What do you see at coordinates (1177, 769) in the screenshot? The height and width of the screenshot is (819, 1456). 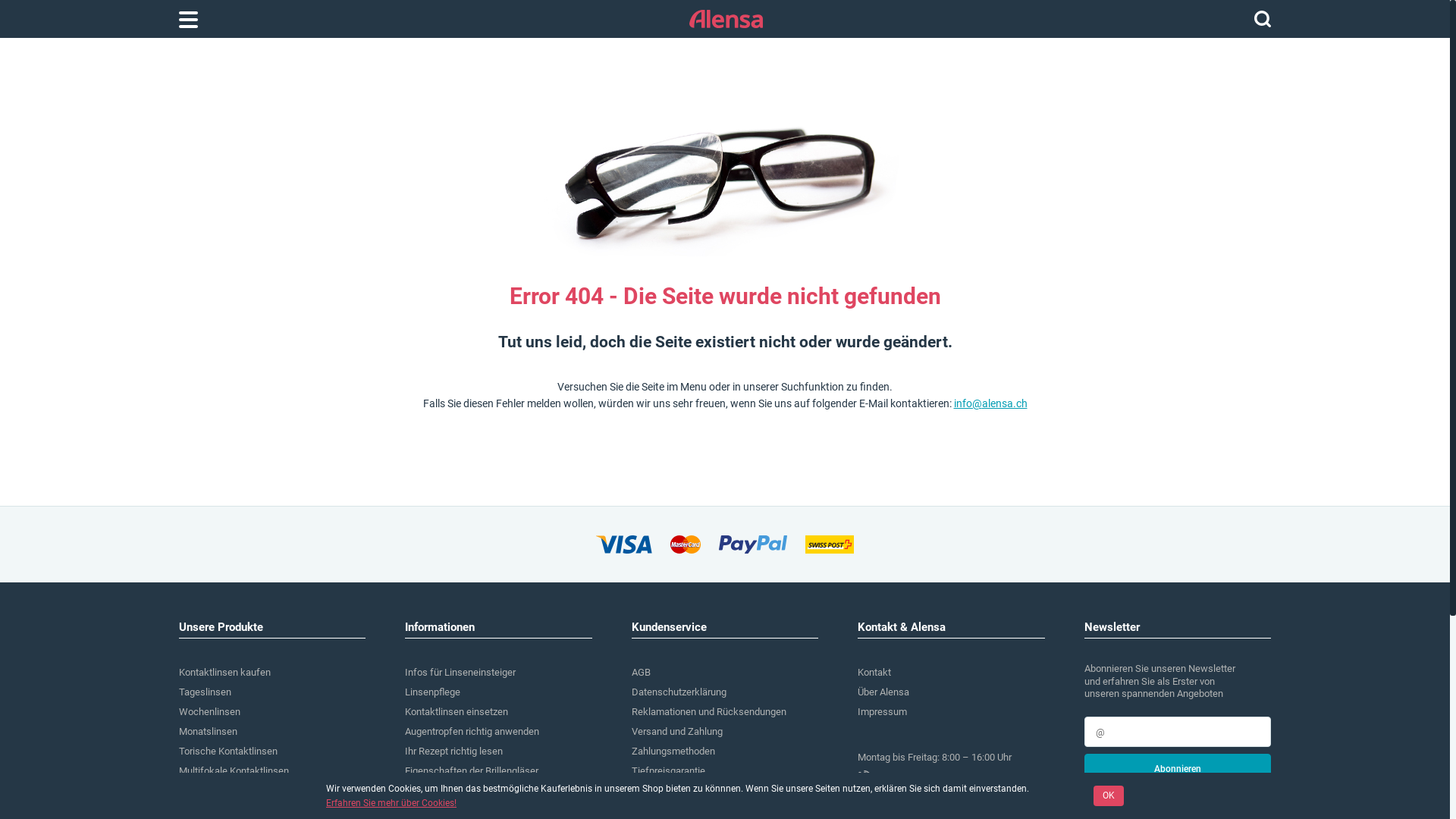 I see `'Abonnieren'` at bounding box center [1177, 769].